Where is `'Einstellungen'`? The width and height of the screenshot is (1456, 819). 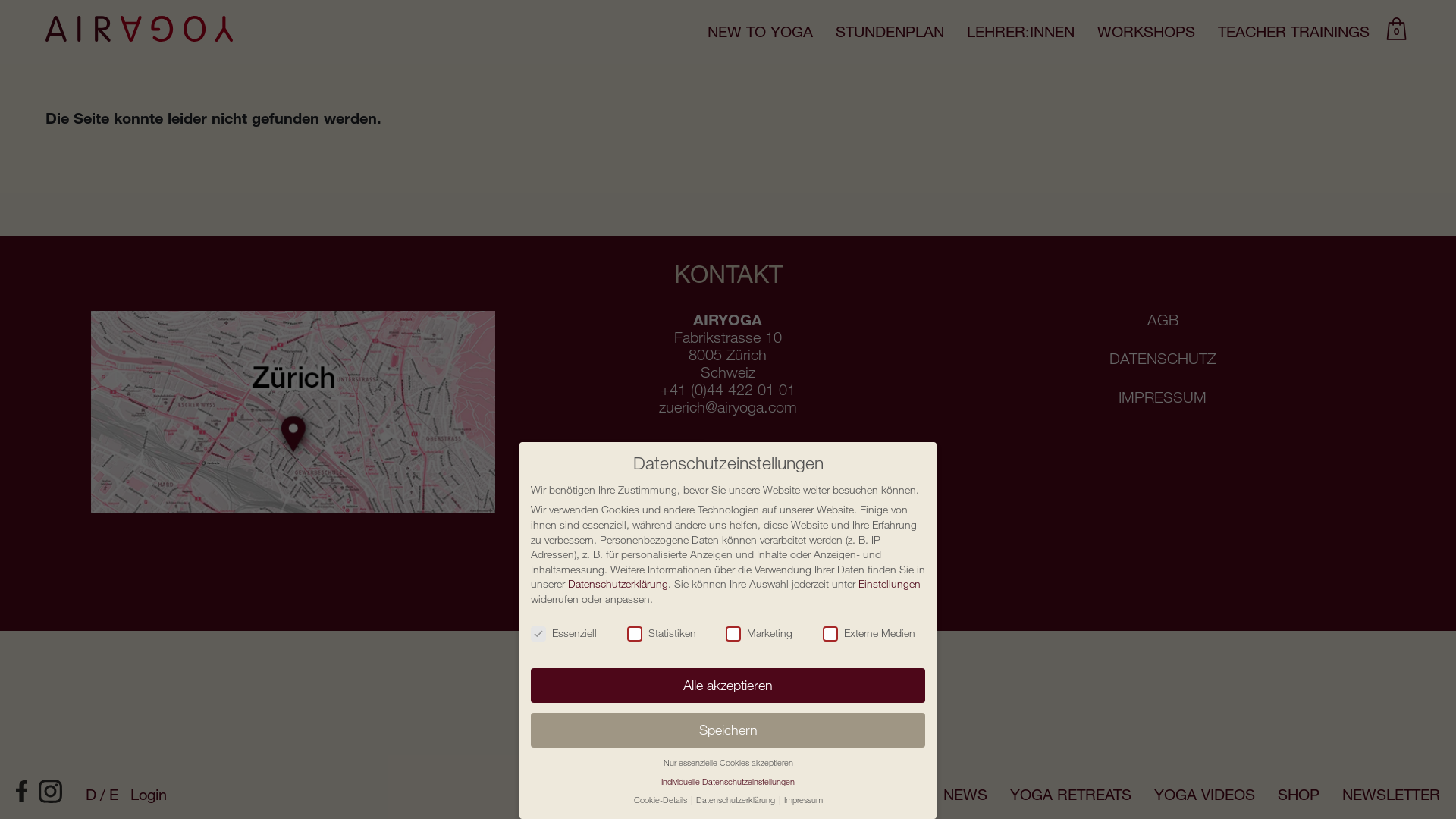 'Einstellungen' is located at coordinates (858, 582).